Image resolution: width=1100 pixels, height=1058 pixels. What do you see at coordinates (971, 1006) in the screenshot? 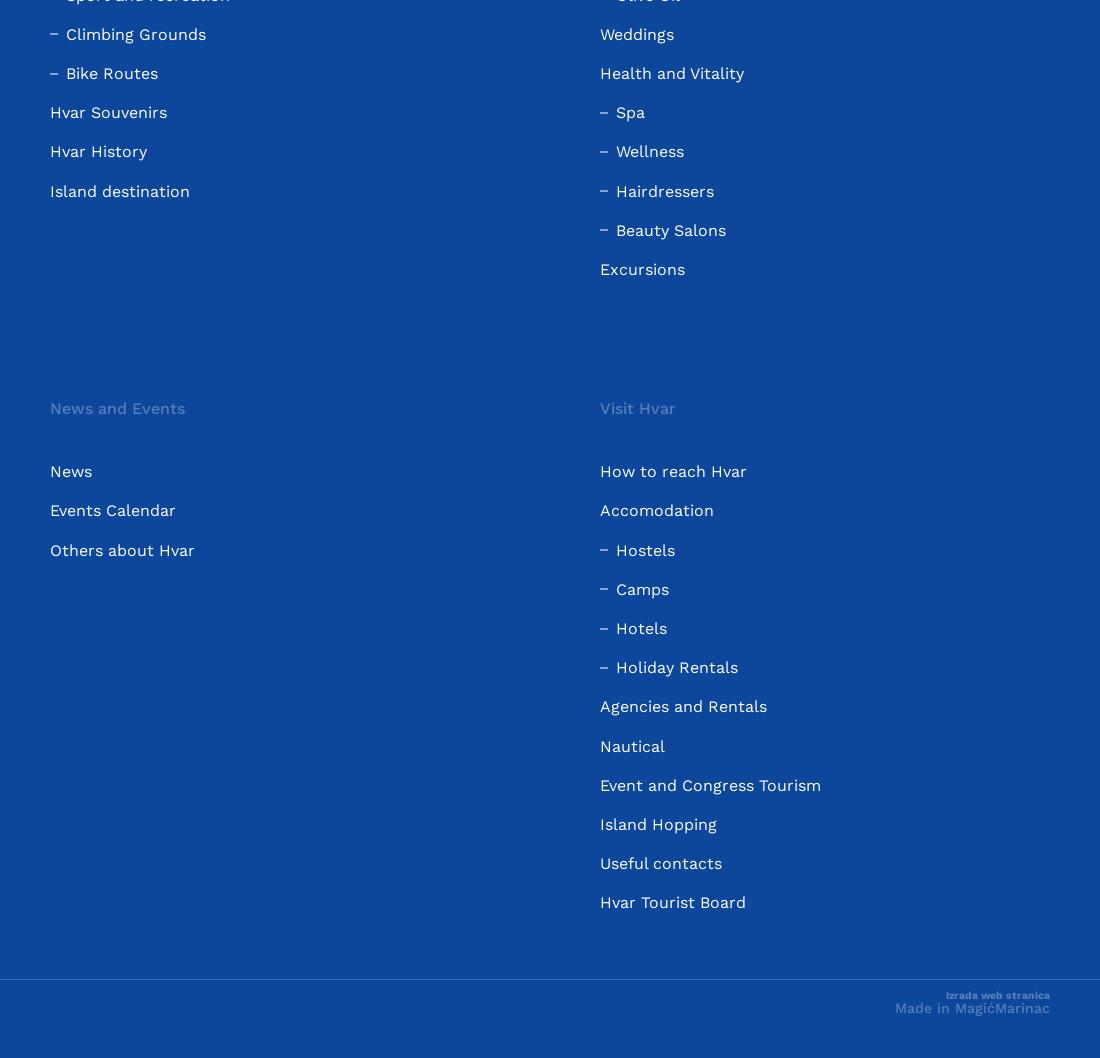
I see `'Made in MagićMarinac'` at bounding box center [971, 1006].